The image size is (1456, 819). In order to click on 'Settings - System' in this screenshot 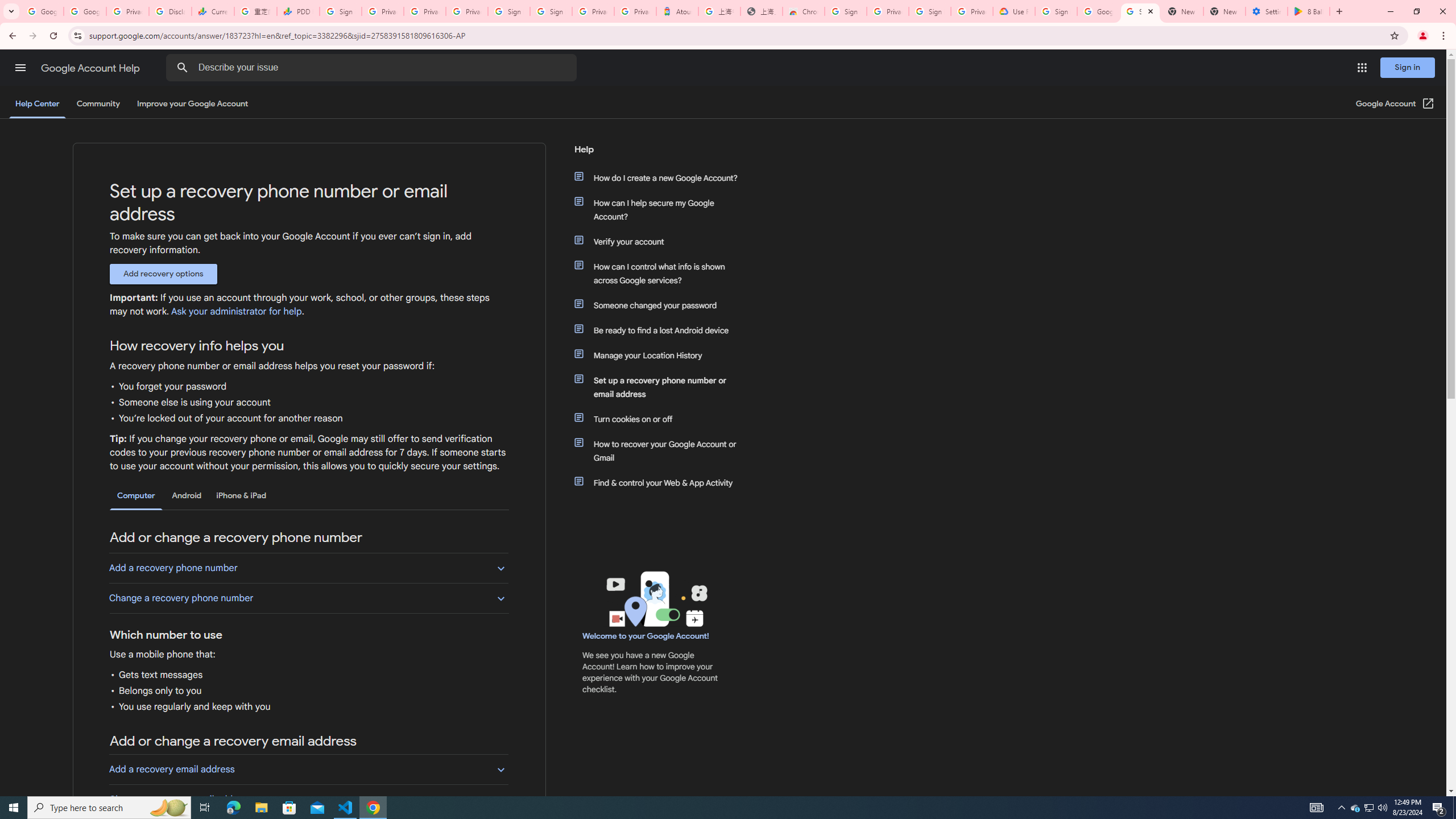, I will do `click(1266, 11)`.